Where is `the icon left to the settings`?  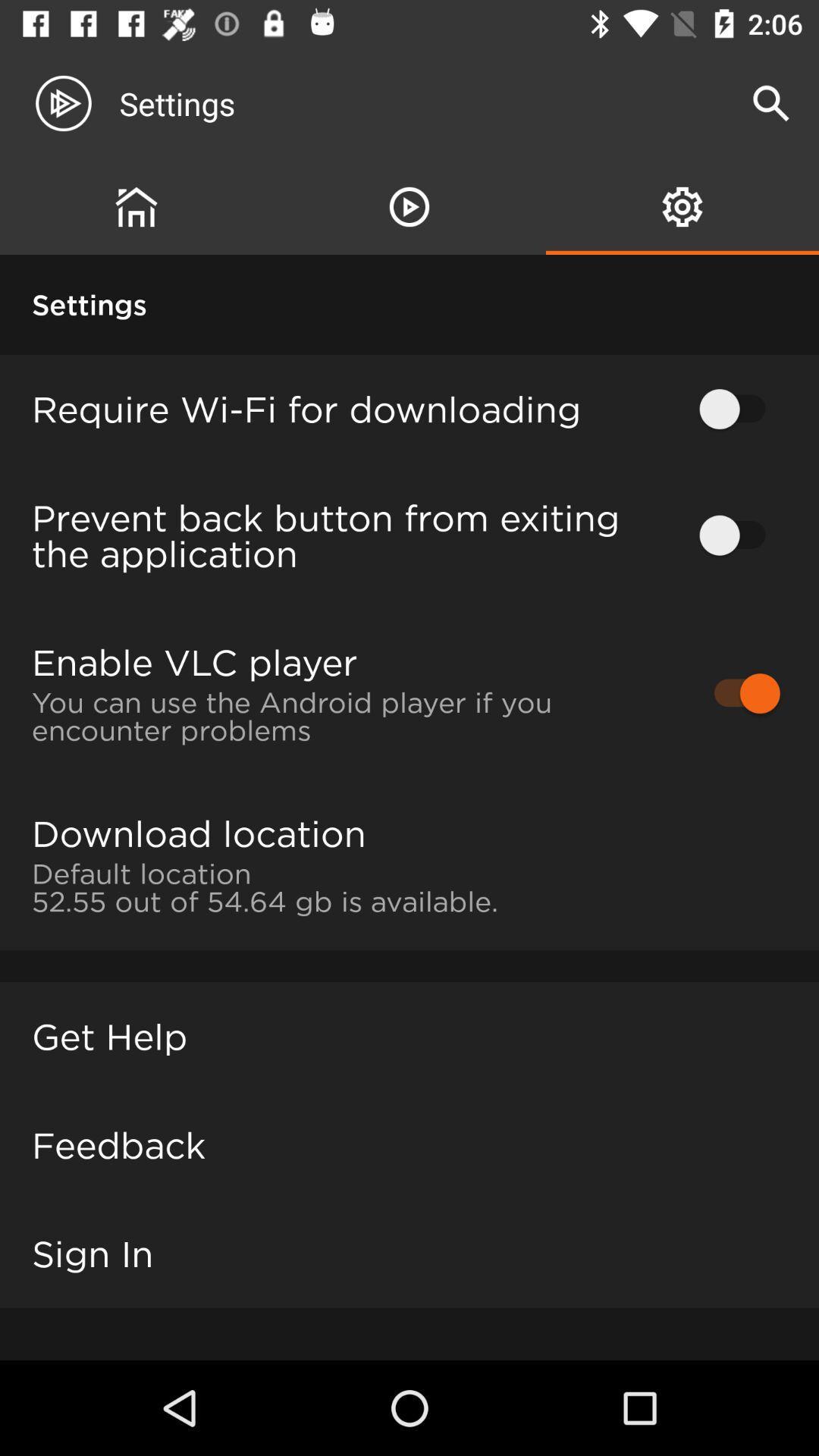
the icon left to the settings is located at coordinates (76, 103).